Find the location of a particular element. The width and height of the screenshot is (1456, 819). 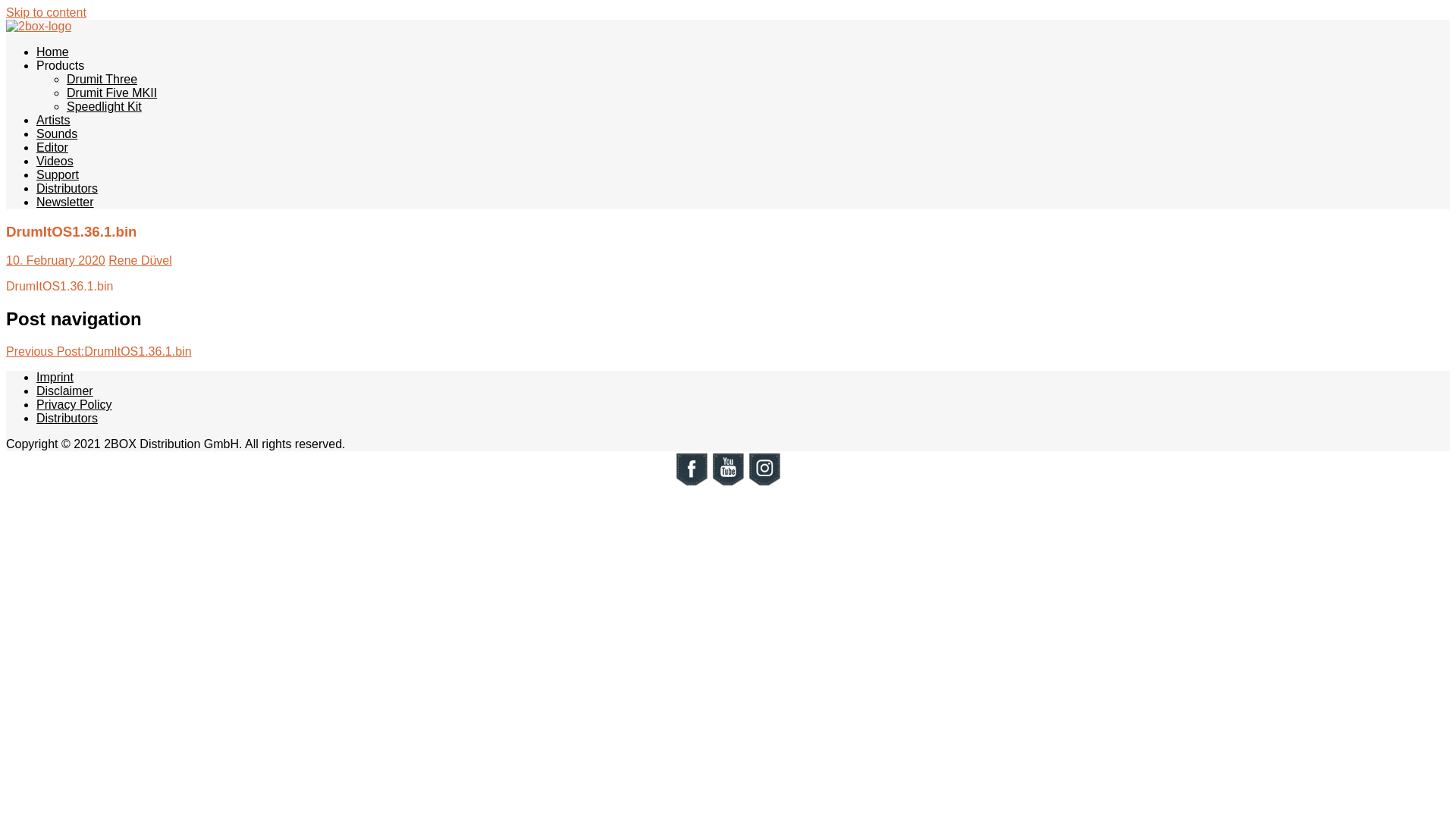

'Sounds' is located at coordinates (36, 133).